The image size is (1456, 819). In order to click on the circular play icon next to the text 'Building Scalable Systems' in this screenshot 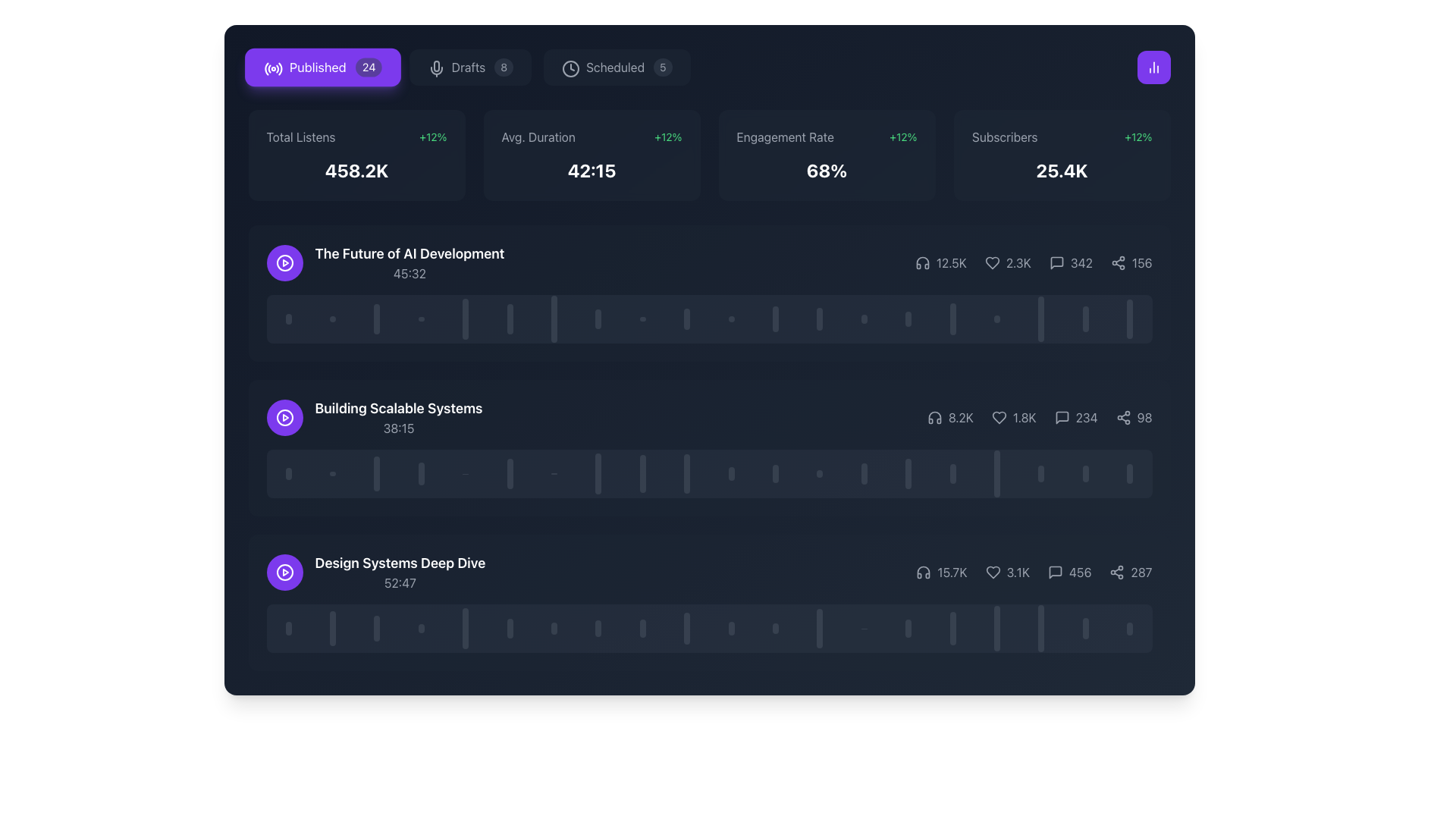, I will do `click(375, 418)`.